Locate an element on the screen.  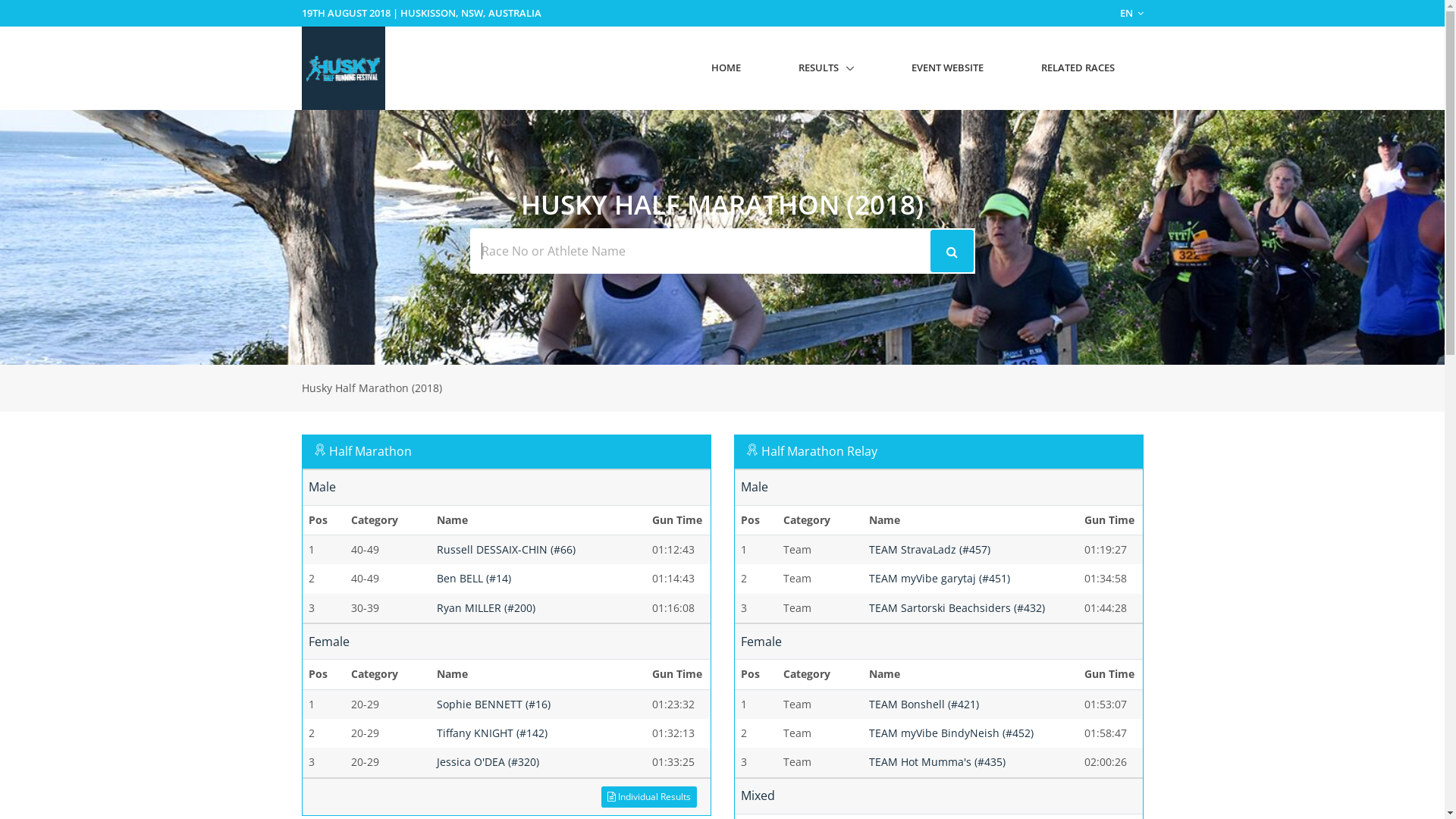
'RESULTS' is located at coordinates (768, 67).